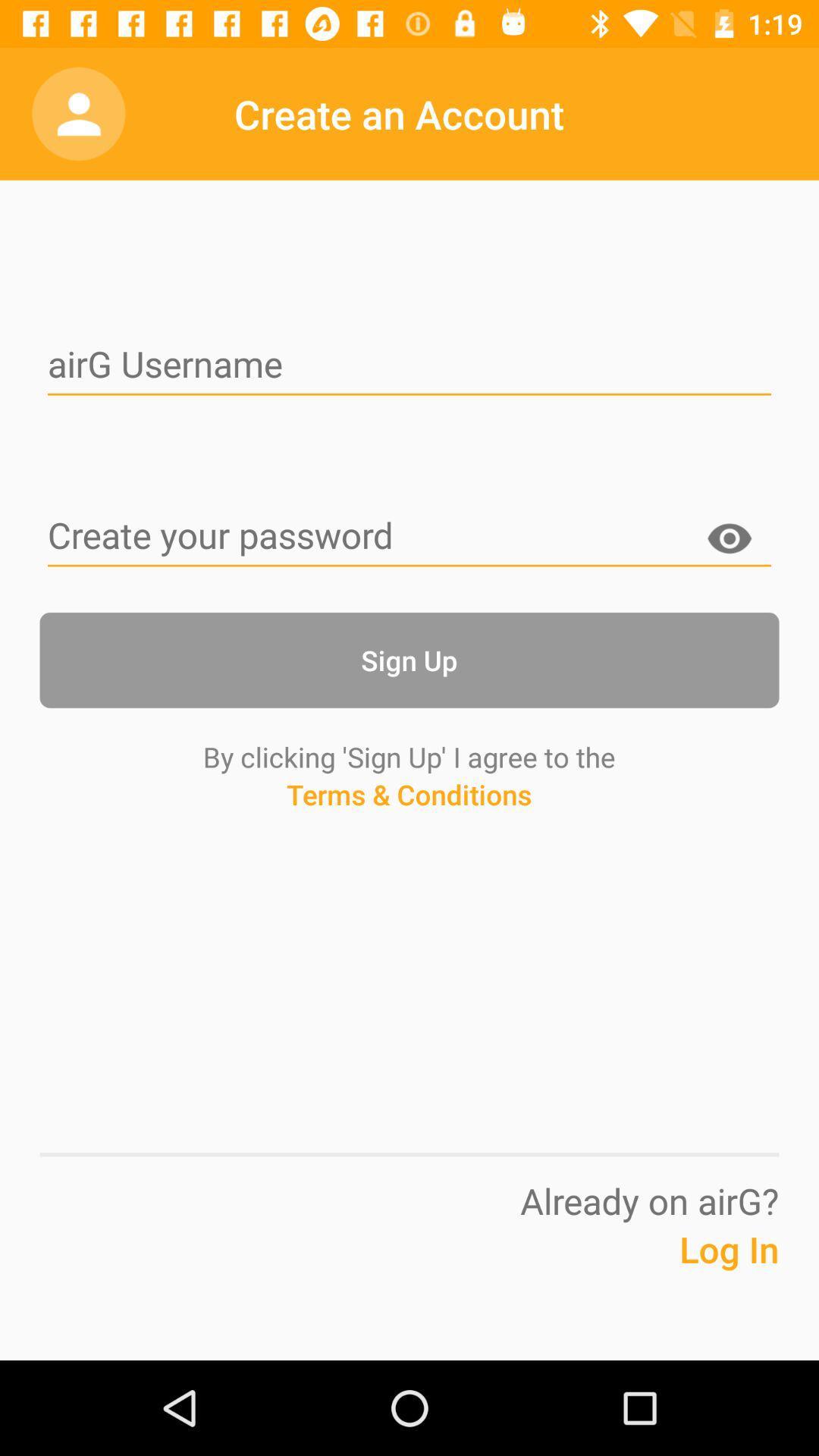 Image resolution: width=819 pixels, height=1456 pixels. Describe the element at coordinates (409, 537) in the screenshot. I see `the password` at that location.